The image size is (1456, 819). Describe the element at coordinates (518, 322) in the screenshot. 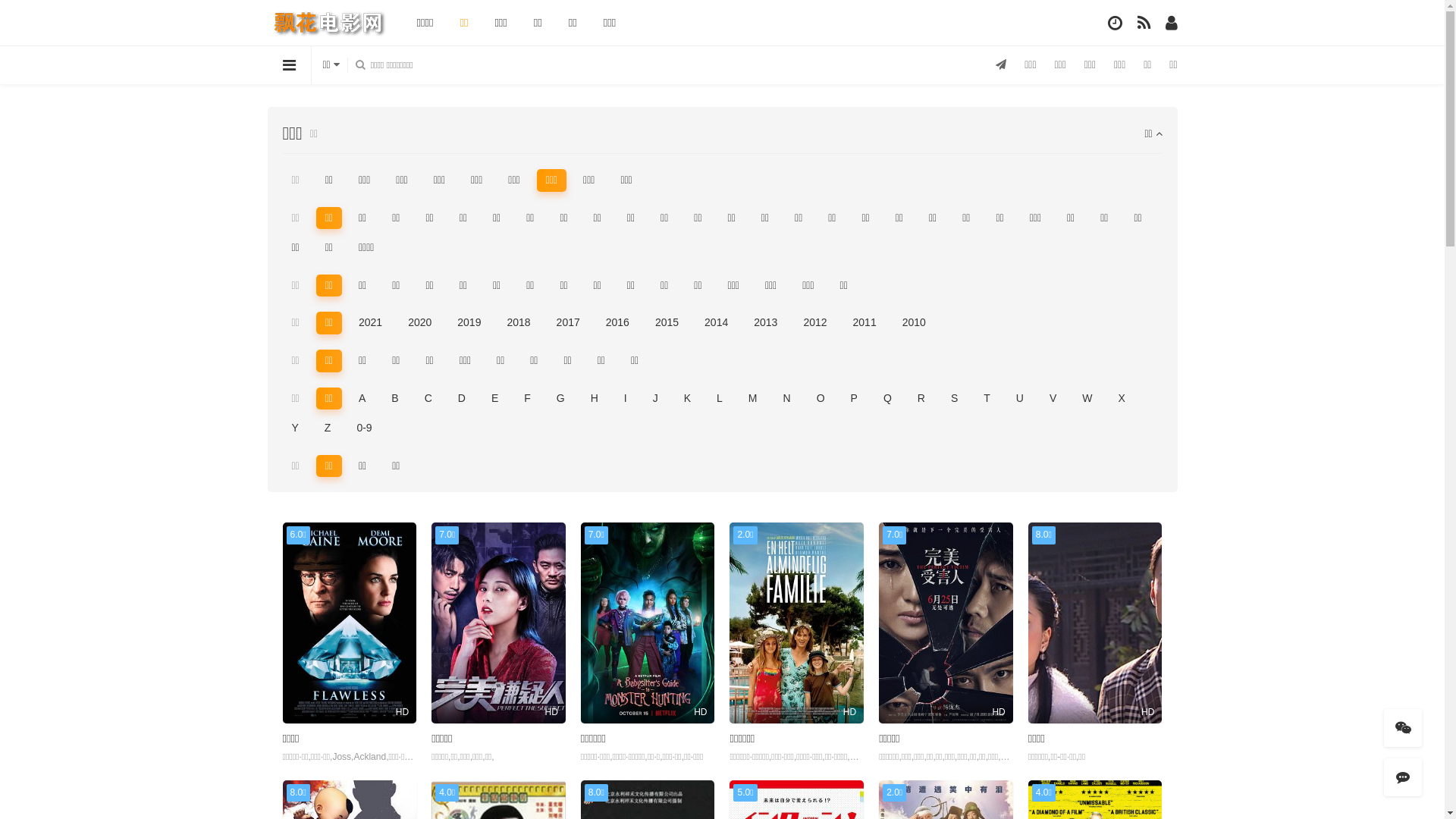

I see `'2018'` at that location.